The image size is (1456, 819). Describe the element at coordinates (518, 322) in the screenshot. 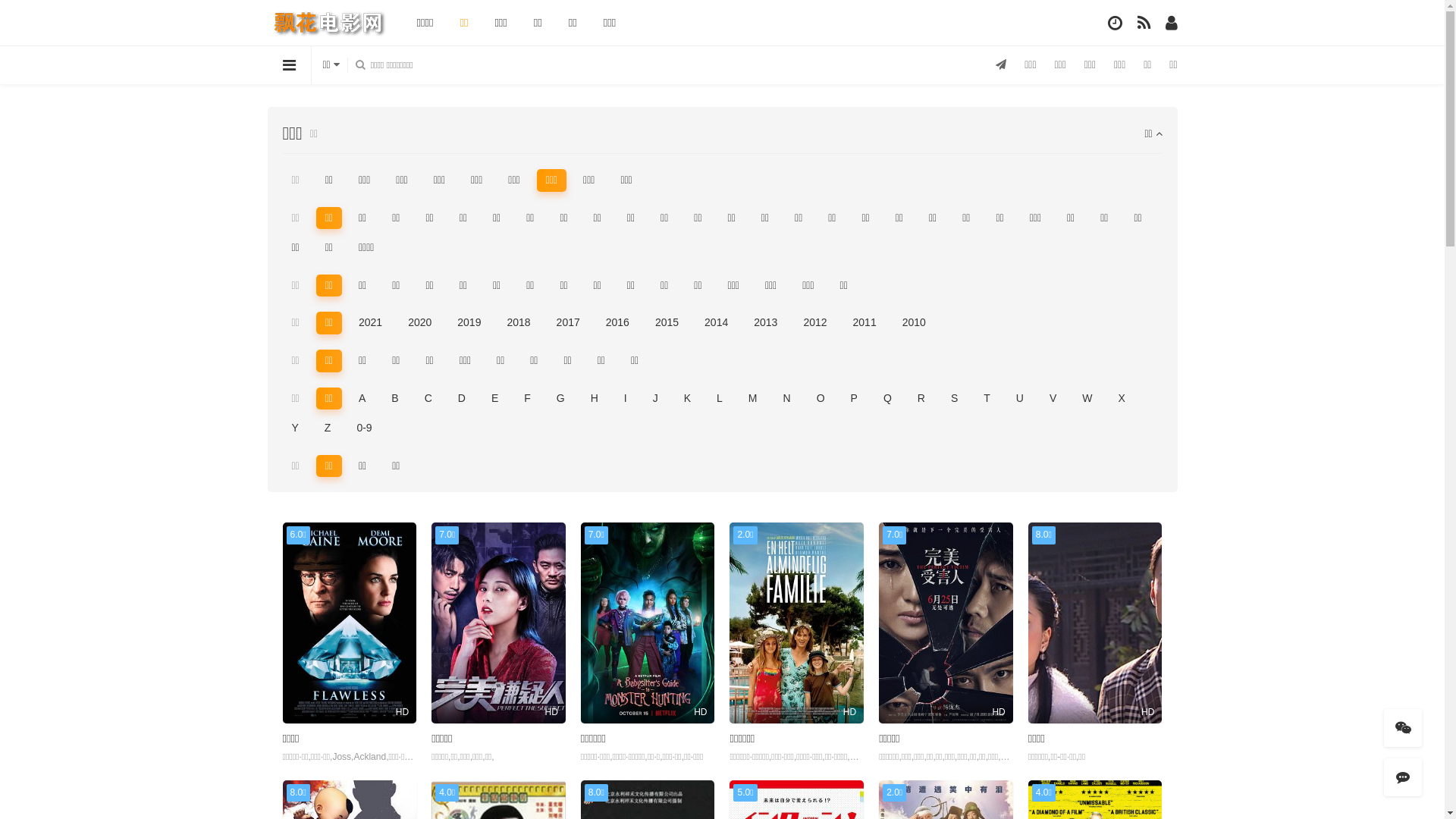

I see `'2018'` at that location.